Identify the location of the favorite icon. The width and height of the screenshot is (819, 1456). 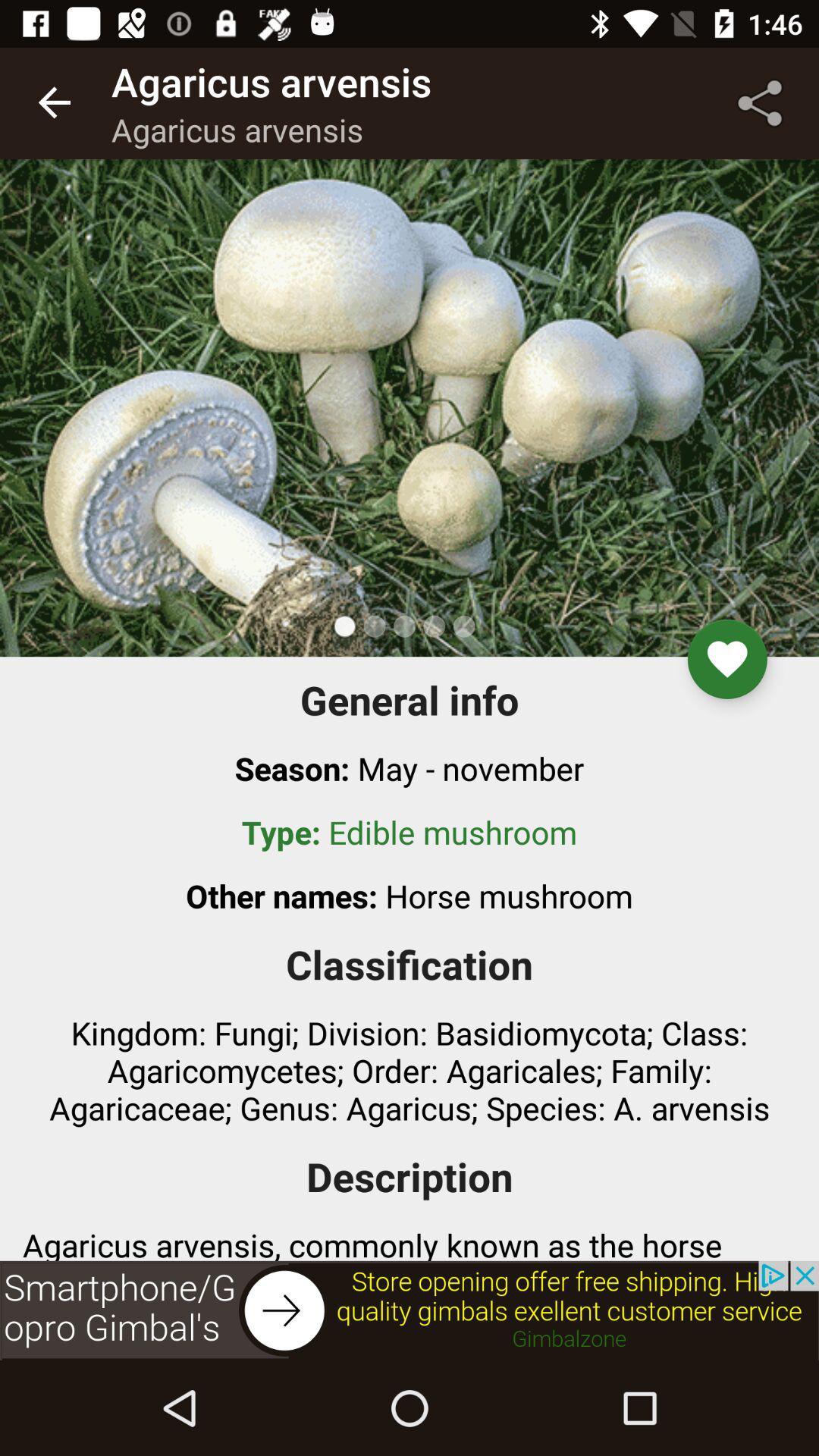
(726, 659).